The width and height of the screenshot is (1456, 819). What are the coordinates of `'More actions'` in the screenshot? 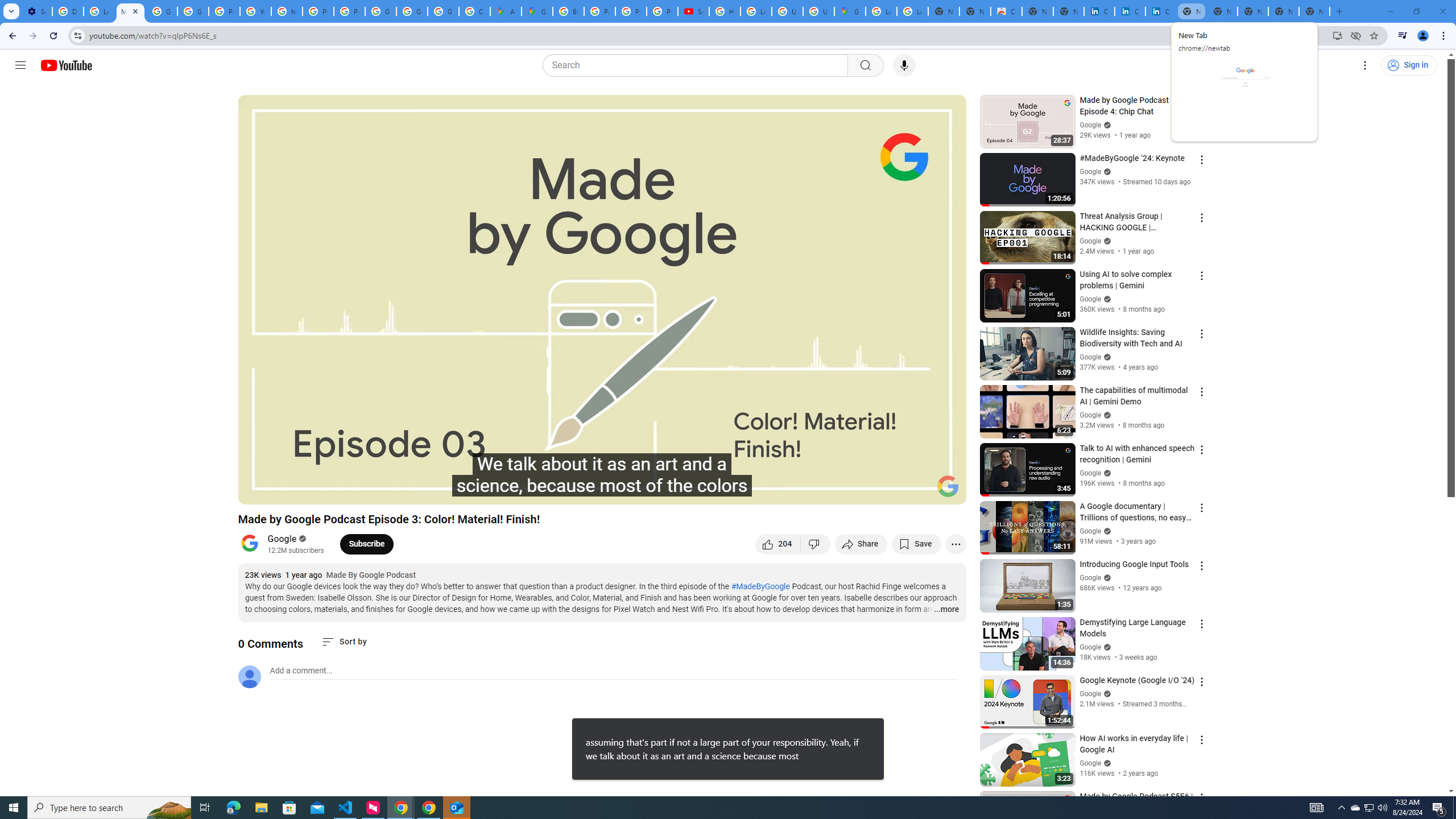 It's located at (955, 543).